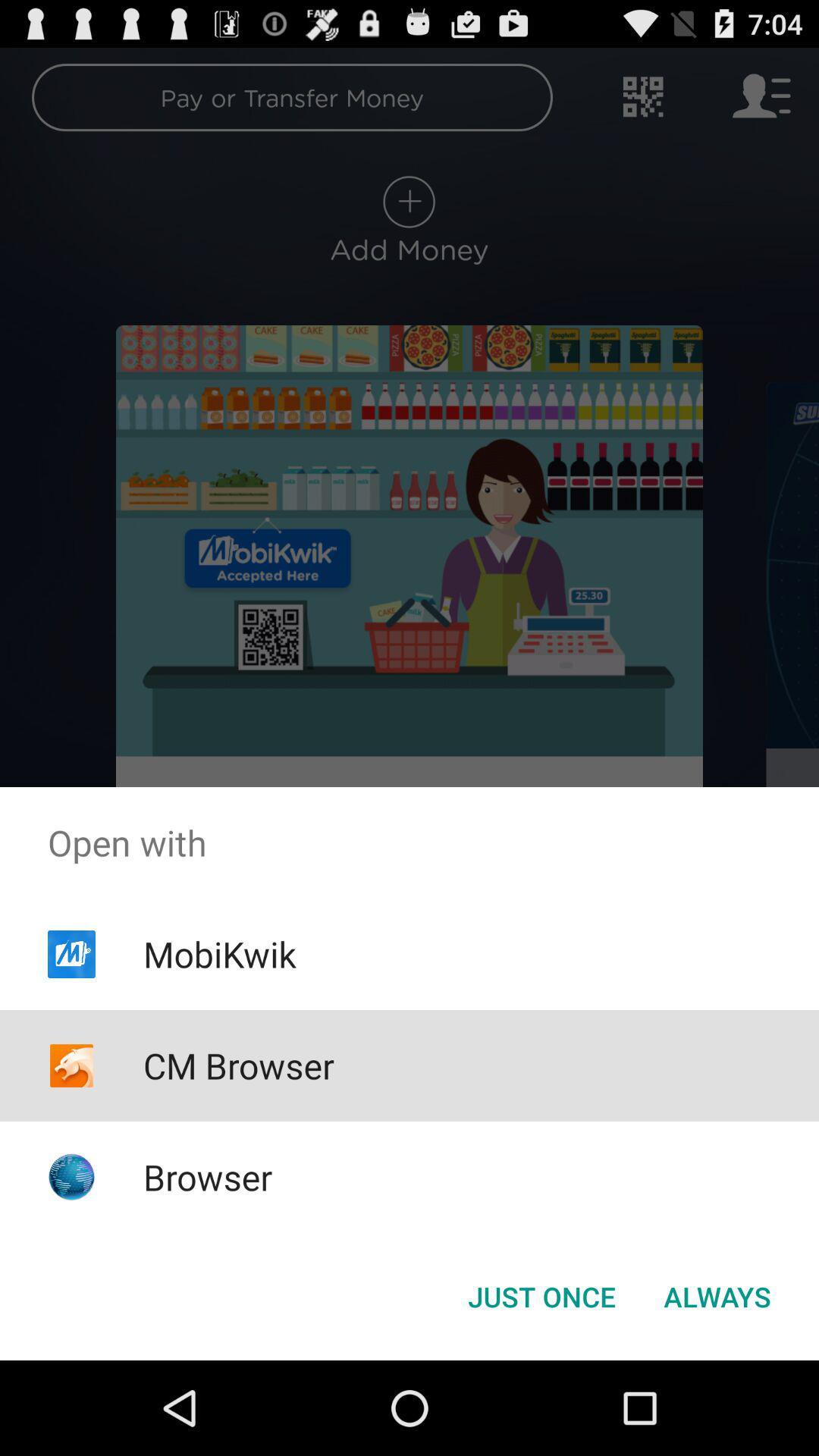 The image size is (819, 1456). What do you see at coordinates (717, 1295) in the screenshot?
I see `icon below the open with item` at bounding box center [717, 1295].